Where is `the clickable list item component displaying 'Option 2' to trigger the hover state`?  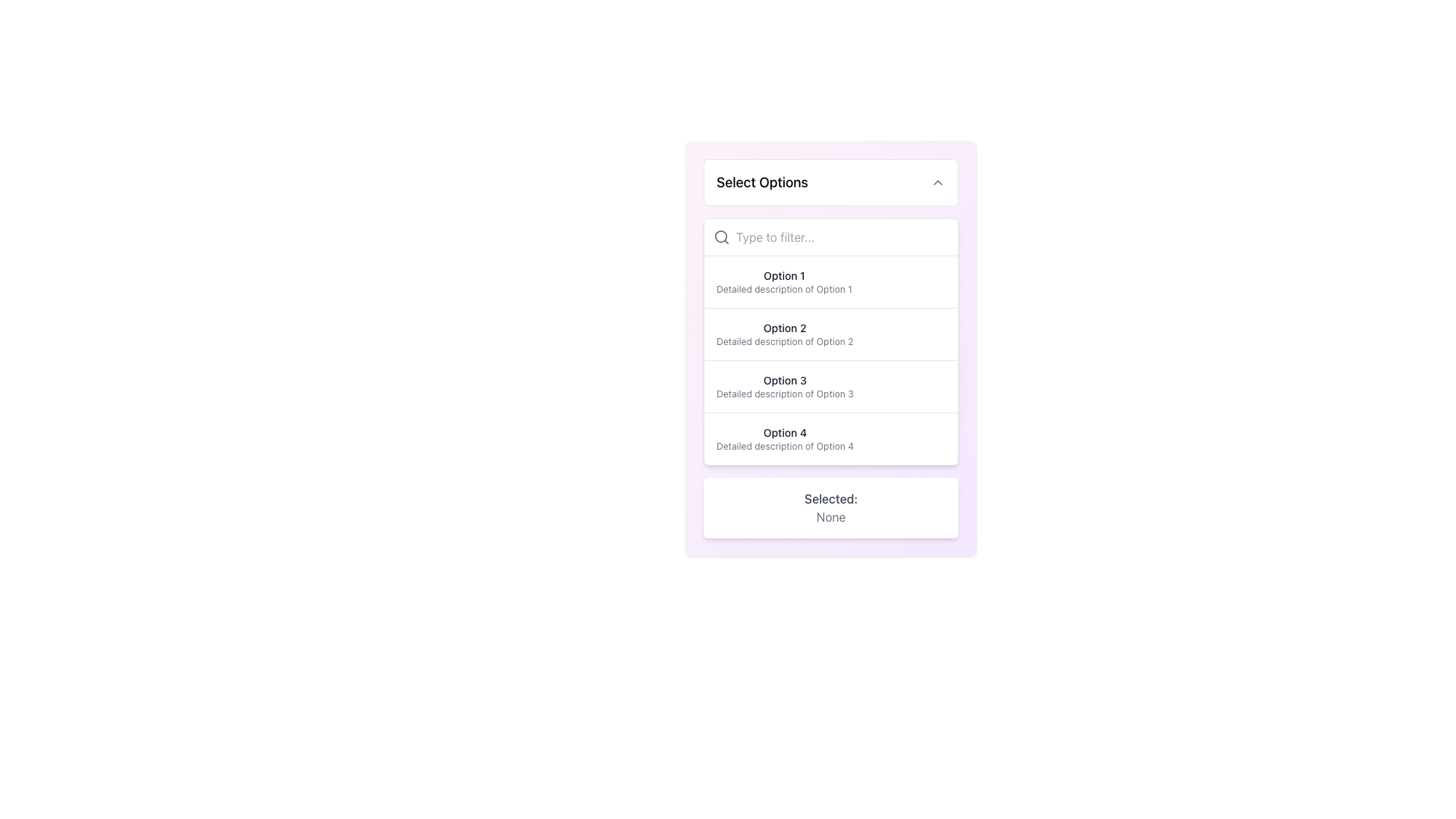 the clickable list item component displaying 'Option 2' to trigger the hover state is located at coordinates (830, 332).